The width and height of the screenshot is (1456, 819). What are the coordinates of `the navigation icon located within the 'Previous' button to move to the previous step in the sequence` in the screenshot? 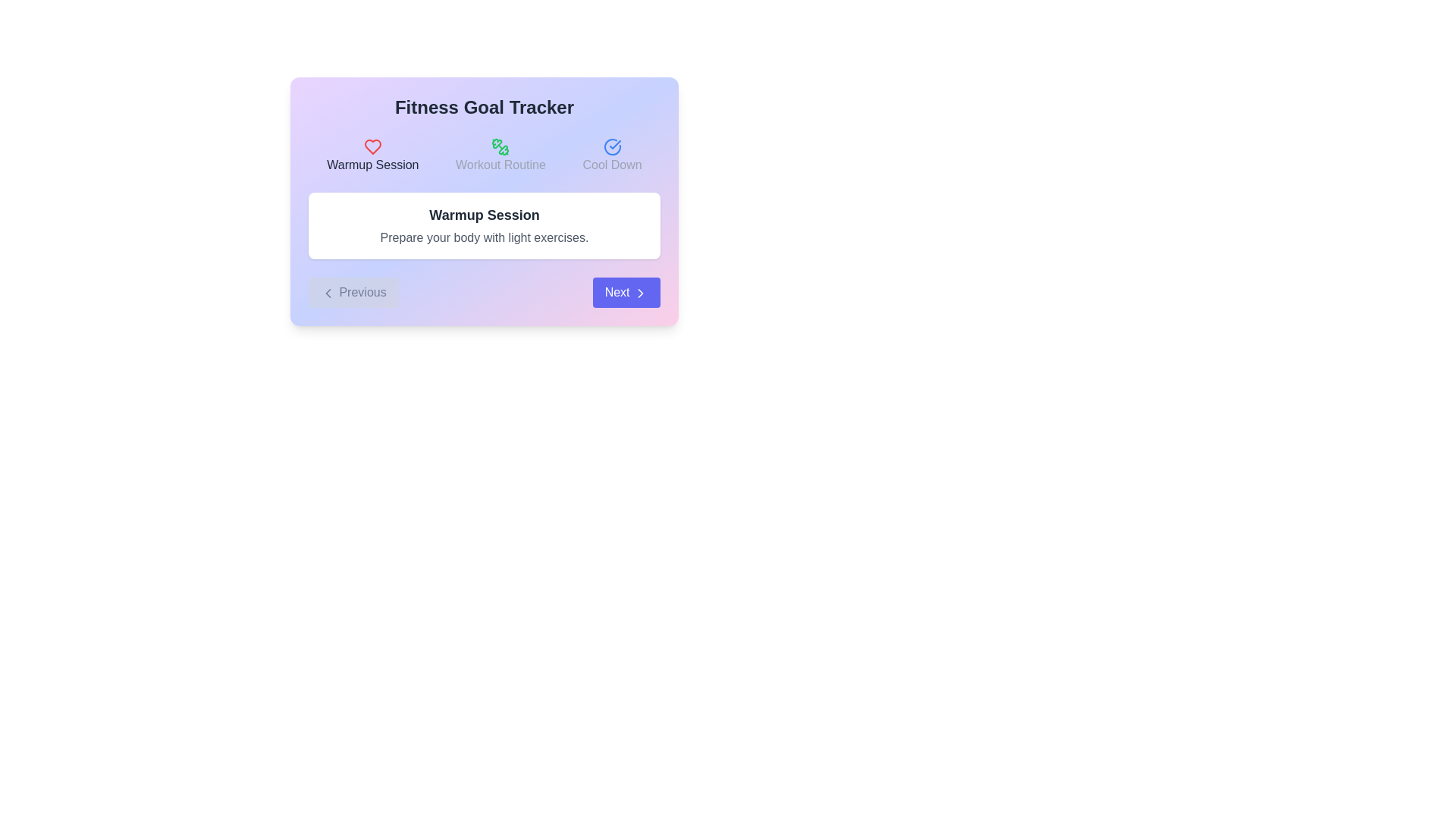 It's located at (327, 292).